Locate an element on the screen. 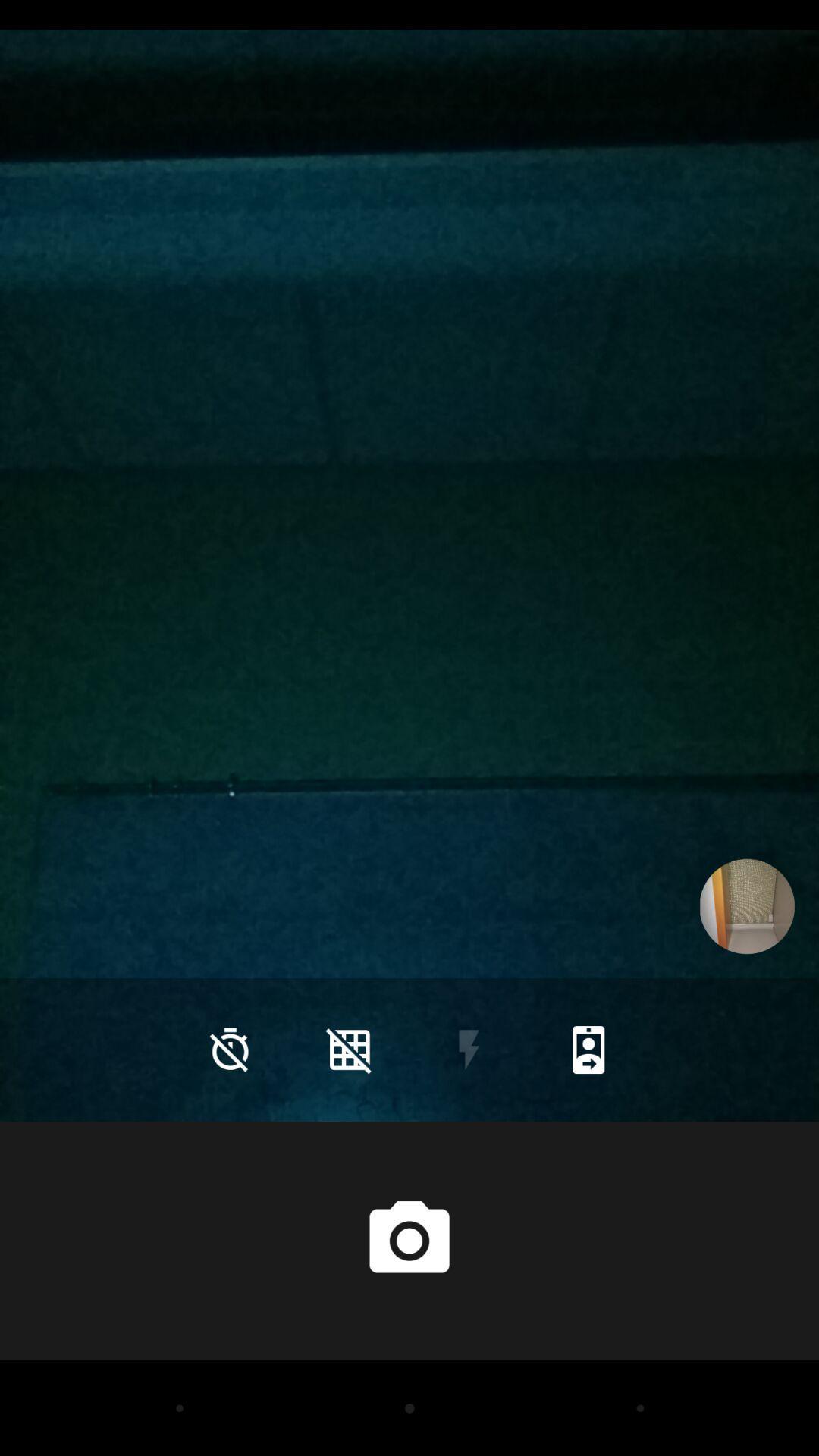  icon at the bottom right corner is located at coordinates (588, 1049).